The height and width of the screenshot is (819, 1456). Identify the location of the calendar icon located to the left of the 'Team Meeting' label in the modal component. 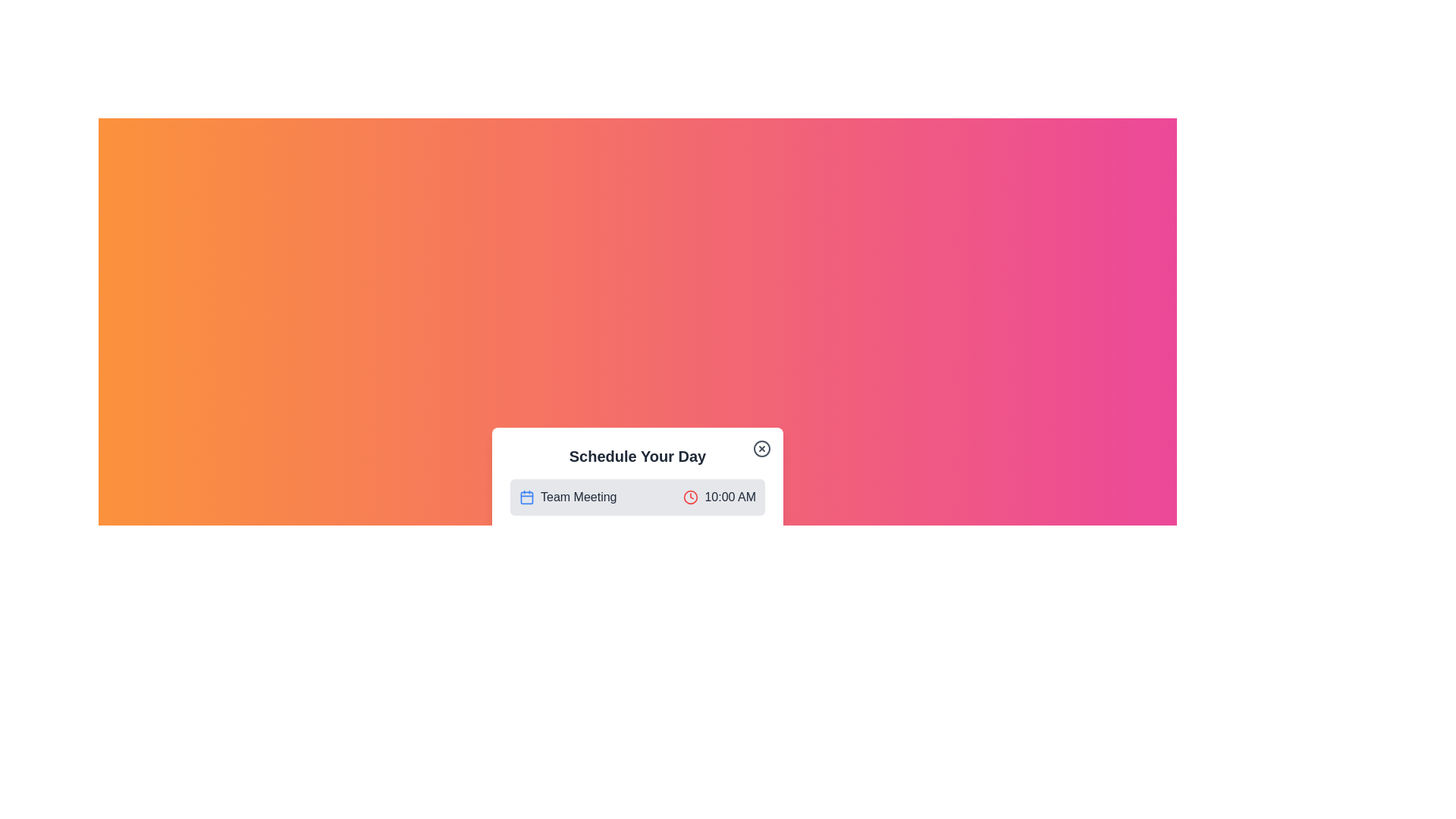
(527, 497).